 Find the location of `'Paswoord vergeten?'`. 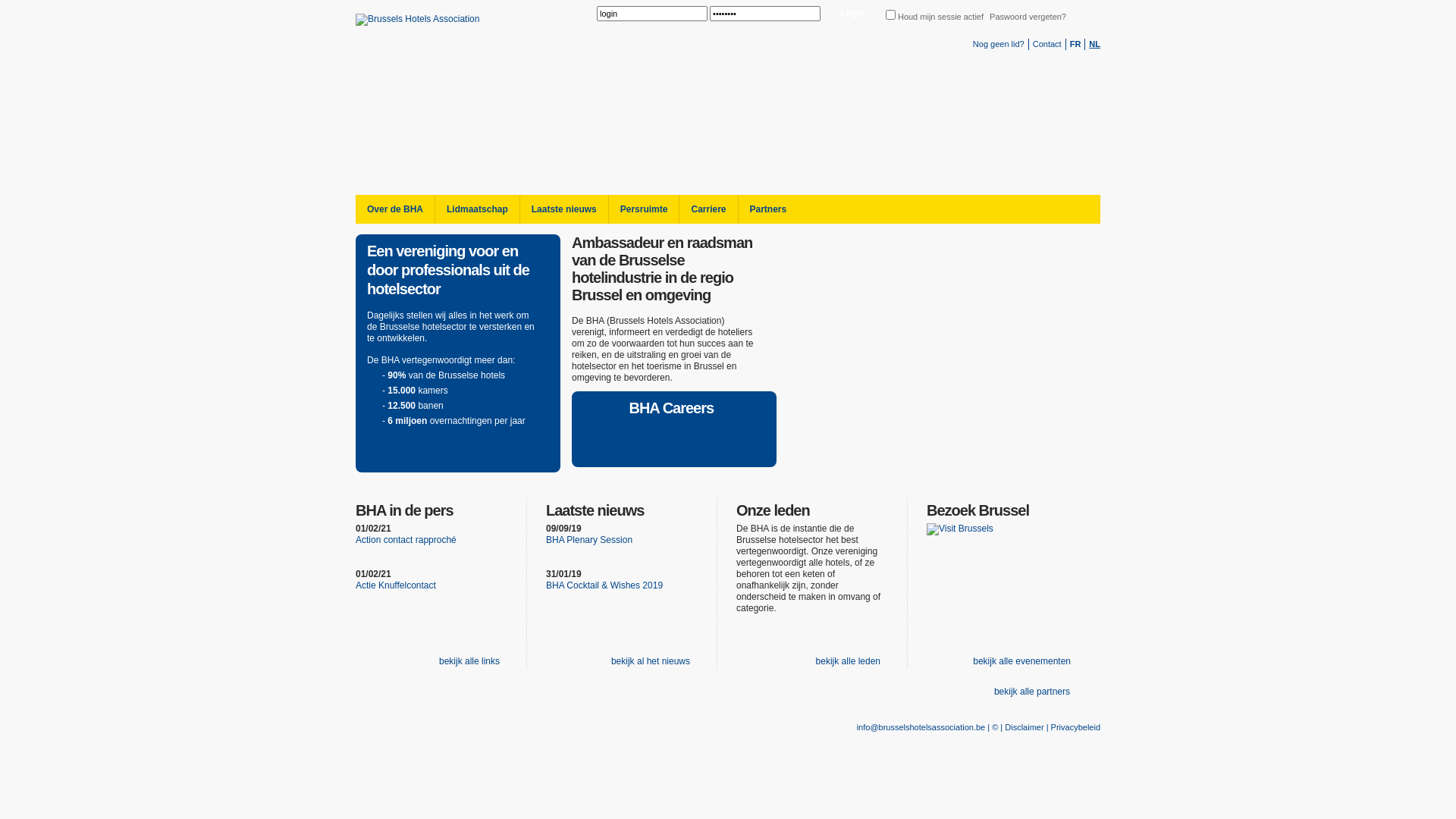

'Paswoord vergeten?' is located at coordinates (990, 17).